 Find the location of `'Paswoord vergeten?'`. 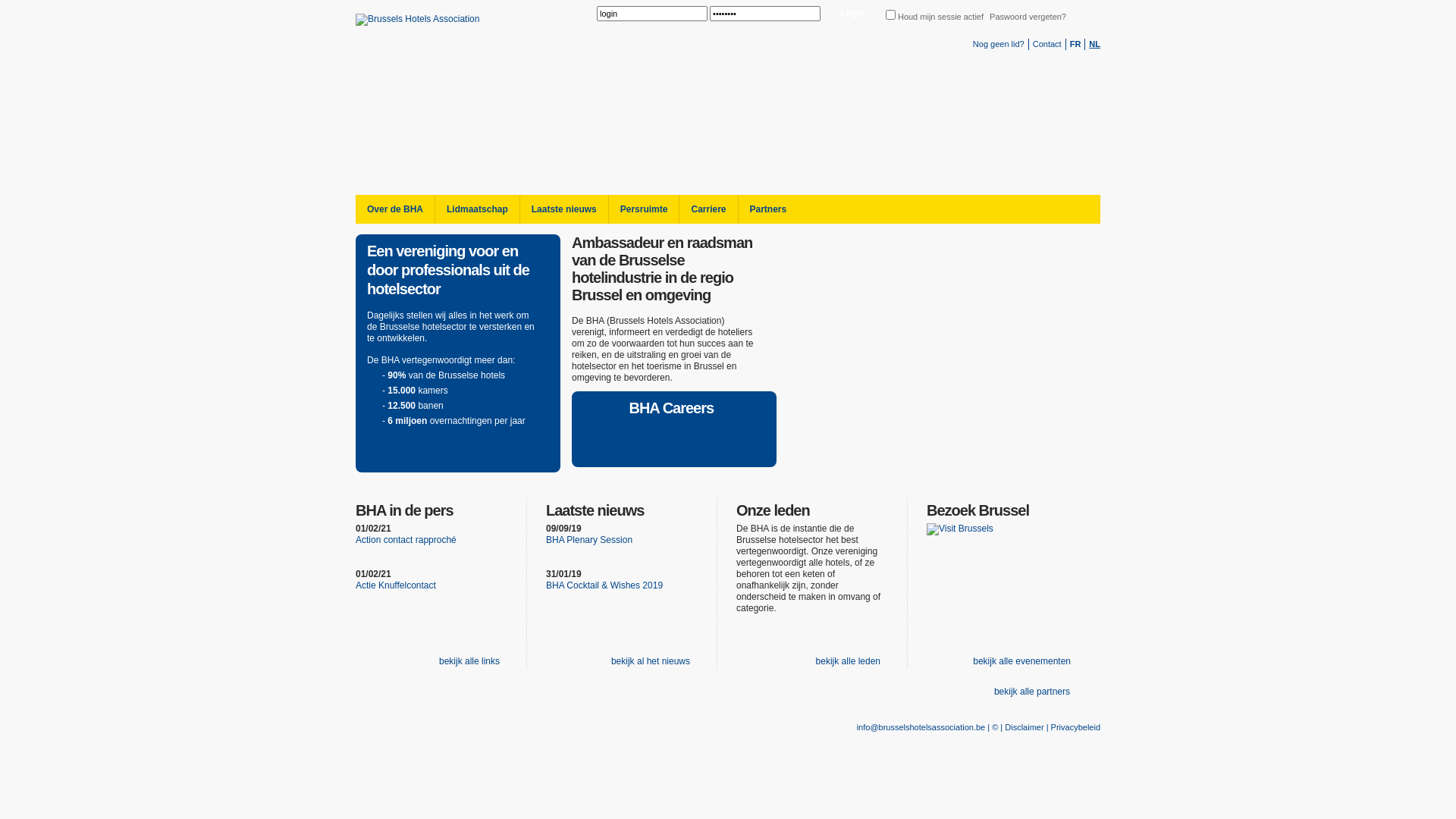

'Paswoord vergeten?' is located at coordinates (990, 17).